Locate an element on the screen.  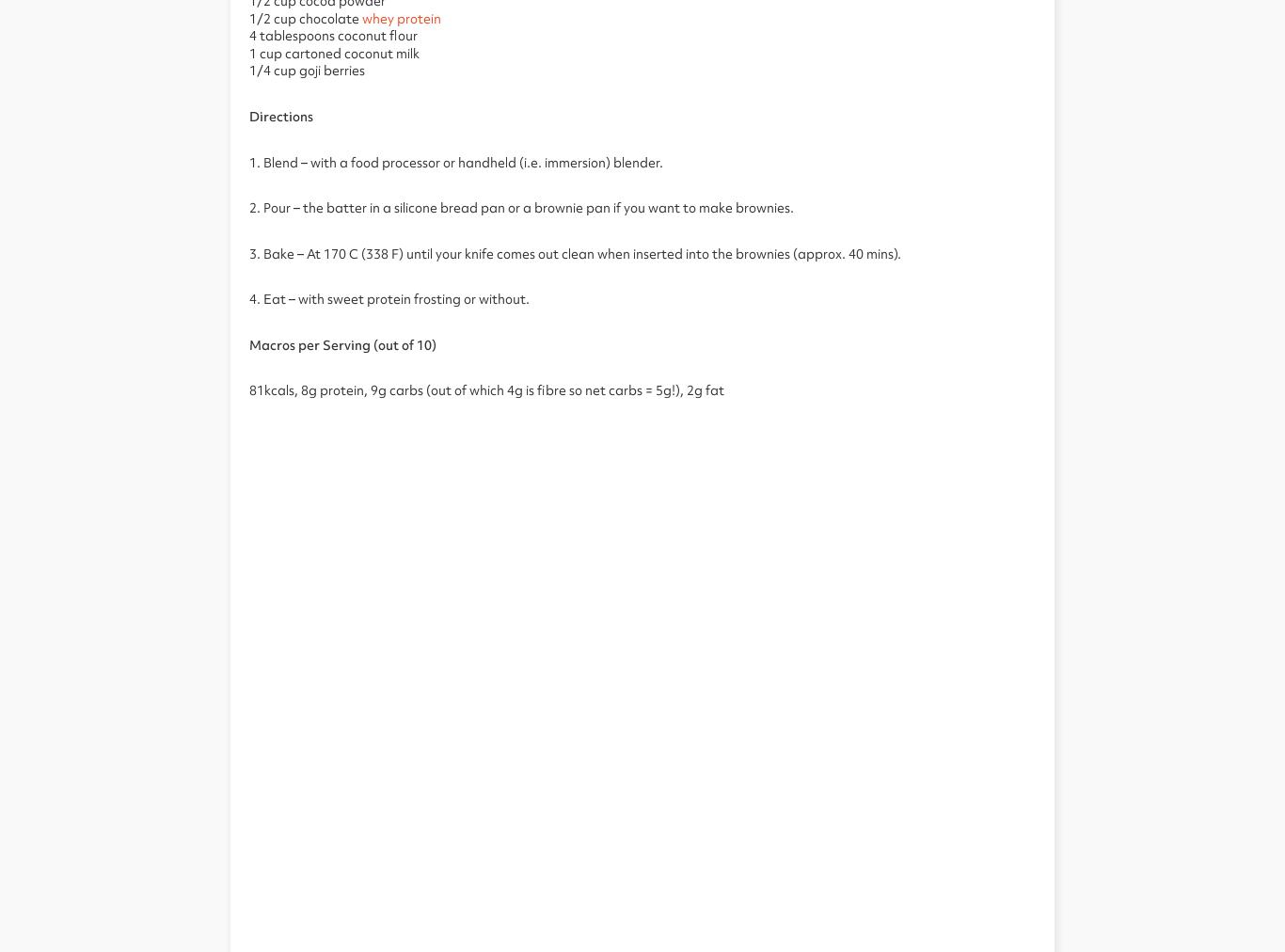
'Protein Works Points T&Cs' is located at coordinates (799, 132).